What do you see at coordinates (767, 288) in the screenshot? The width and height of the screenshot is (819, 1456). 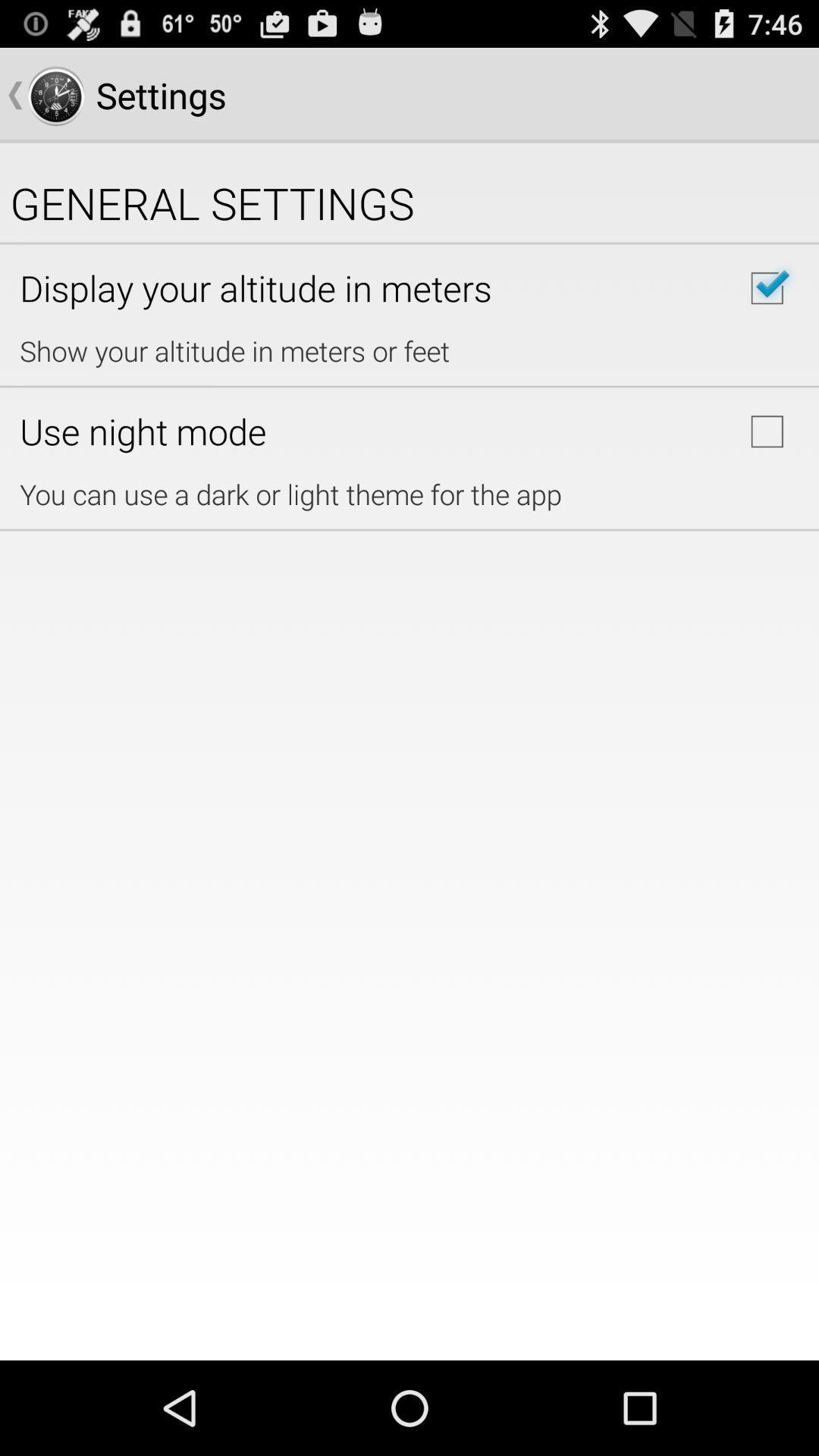 I see `checkbox checked` at bounding box center [767, 288].